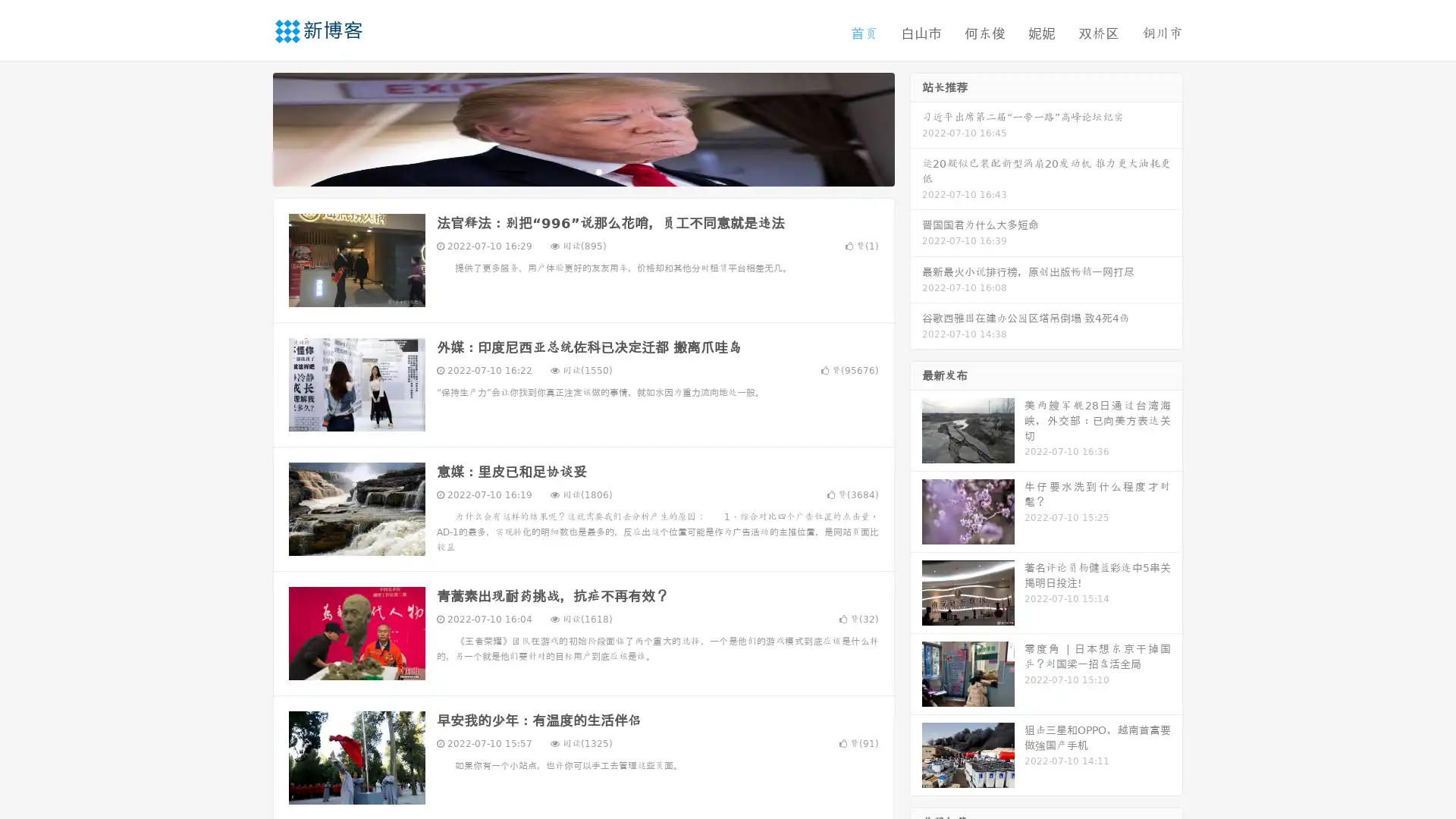  Describe the element at coordinates (250, 127) in the screenshot. I see `Previous slide` at that location.